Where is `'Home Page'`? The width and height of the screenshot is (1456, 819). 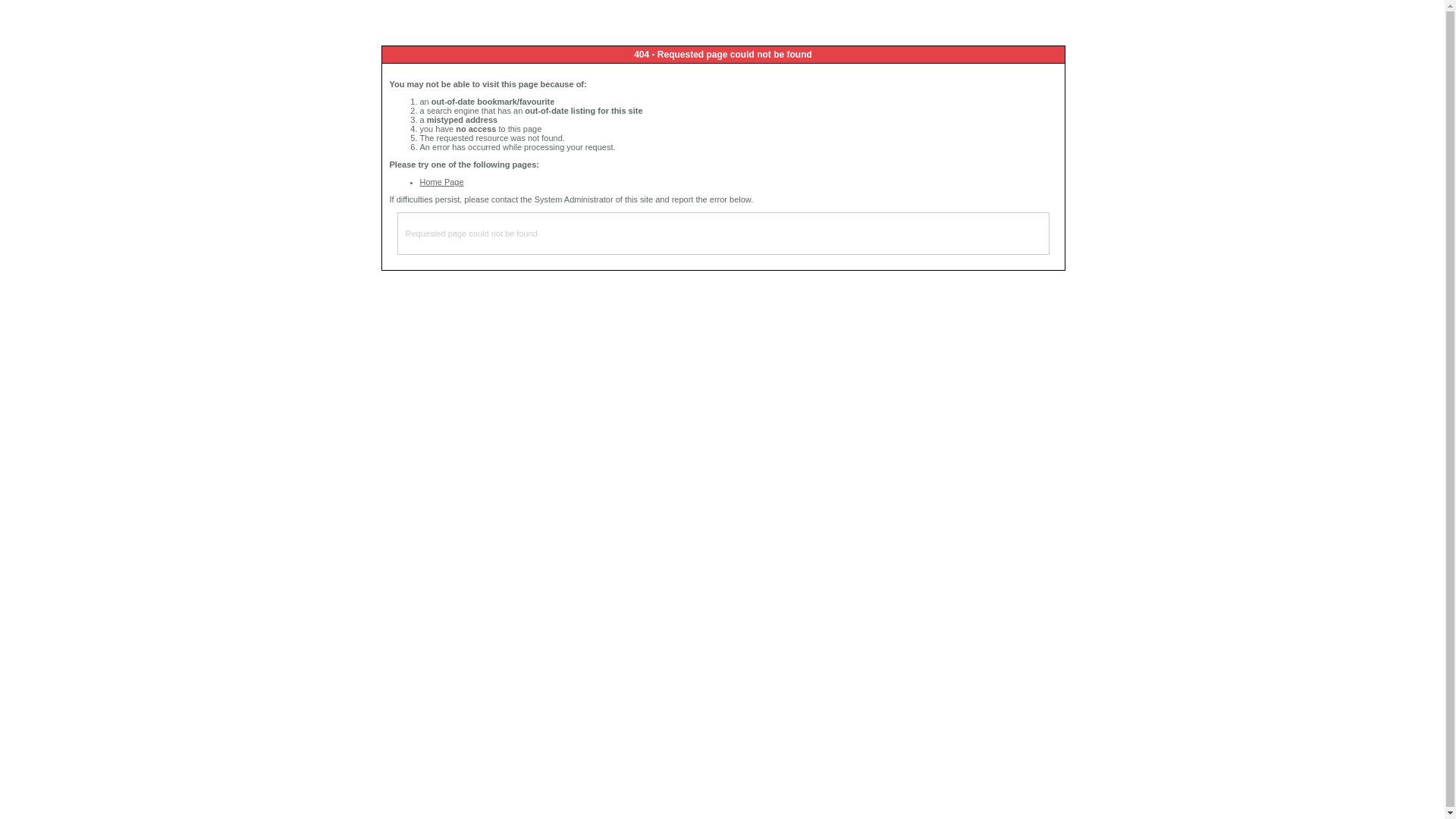
'Home Page' is located at coordinates (441, 180).